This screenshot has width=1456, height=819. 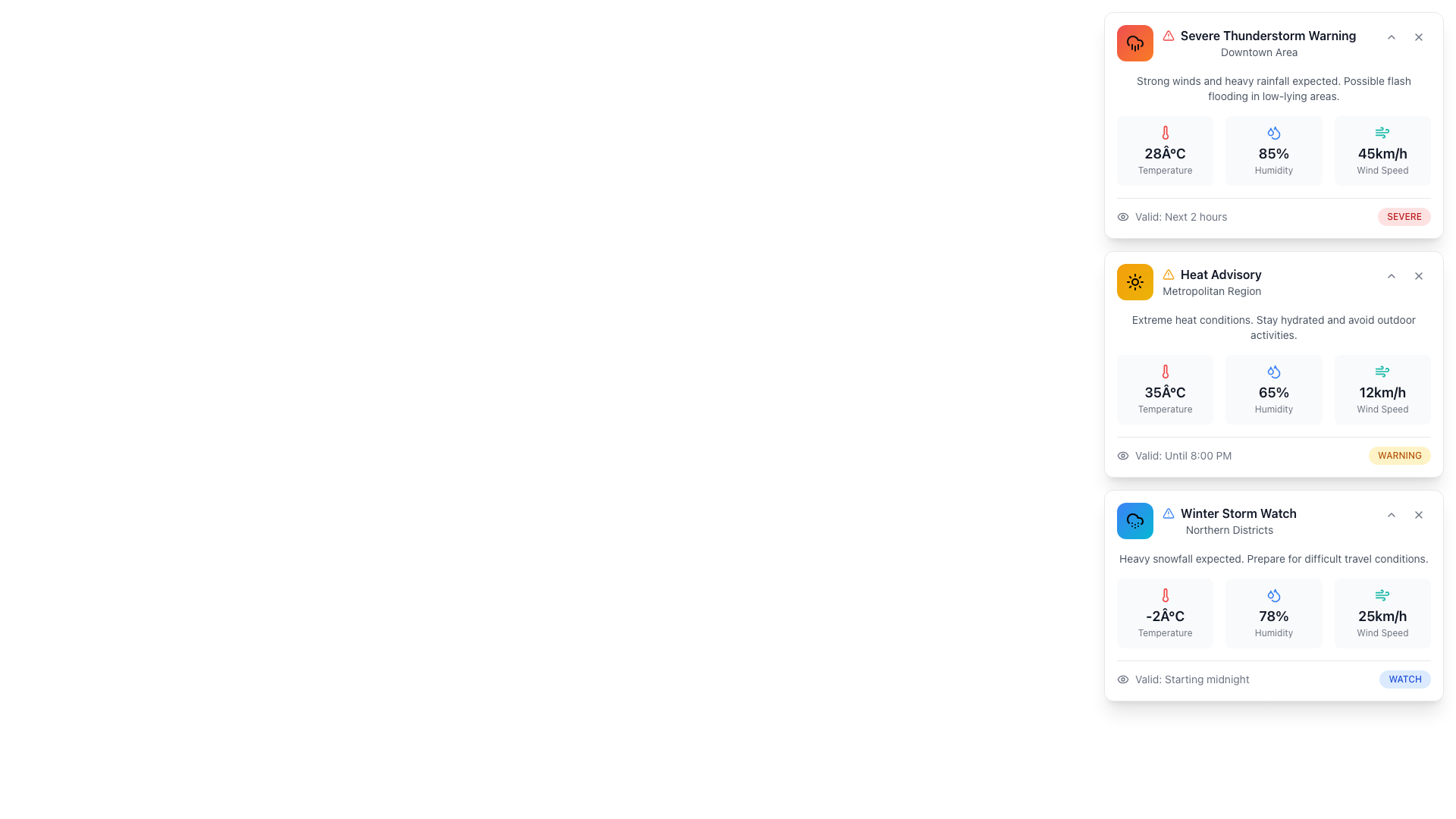 I want to click on the wind speed icon located in the lower-middle part of the 'Winter Storm Watch' section, so click(x=1382, y=592).